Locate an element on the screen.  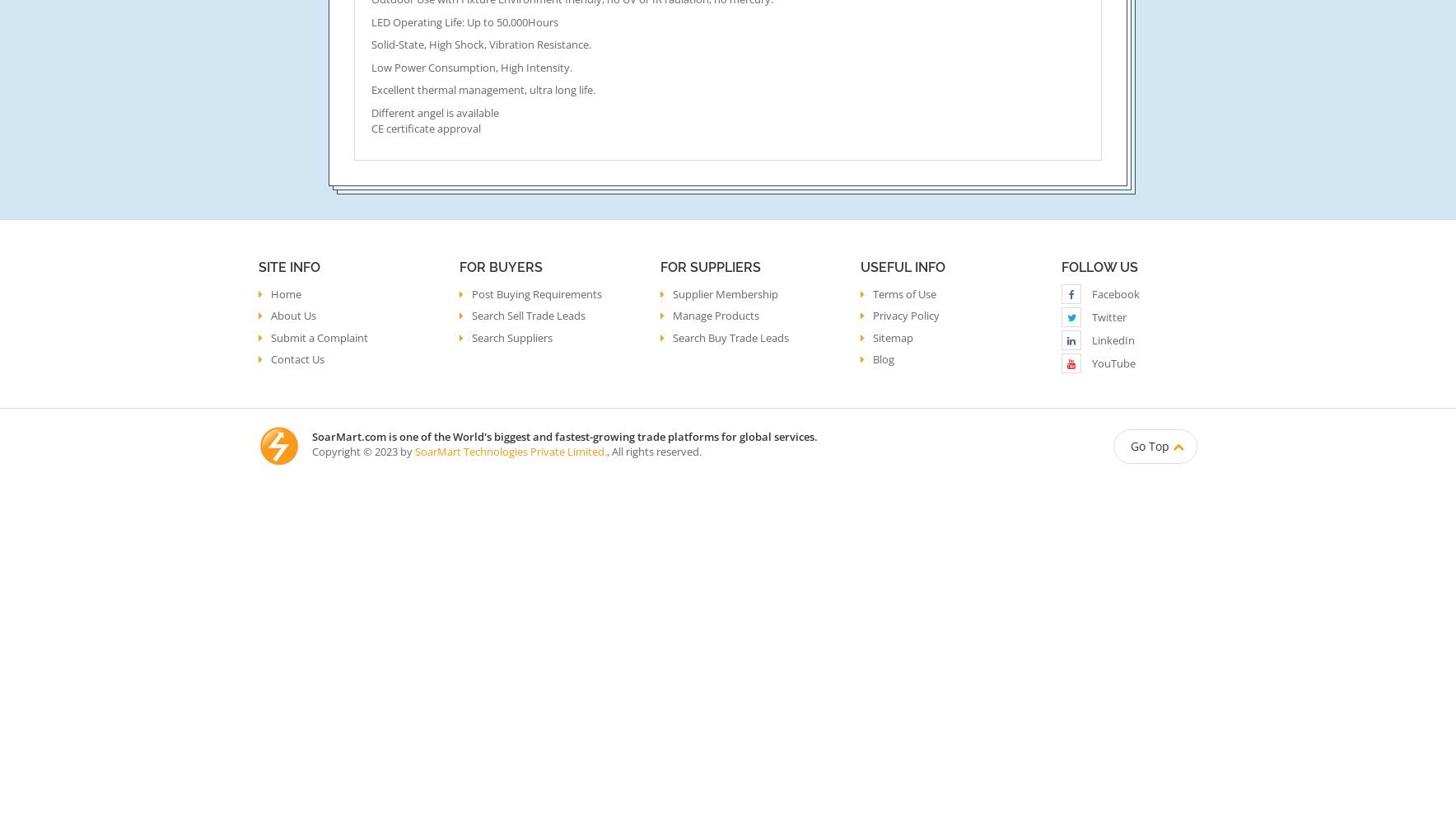
'About Us' is located at coordinates (293, 316).